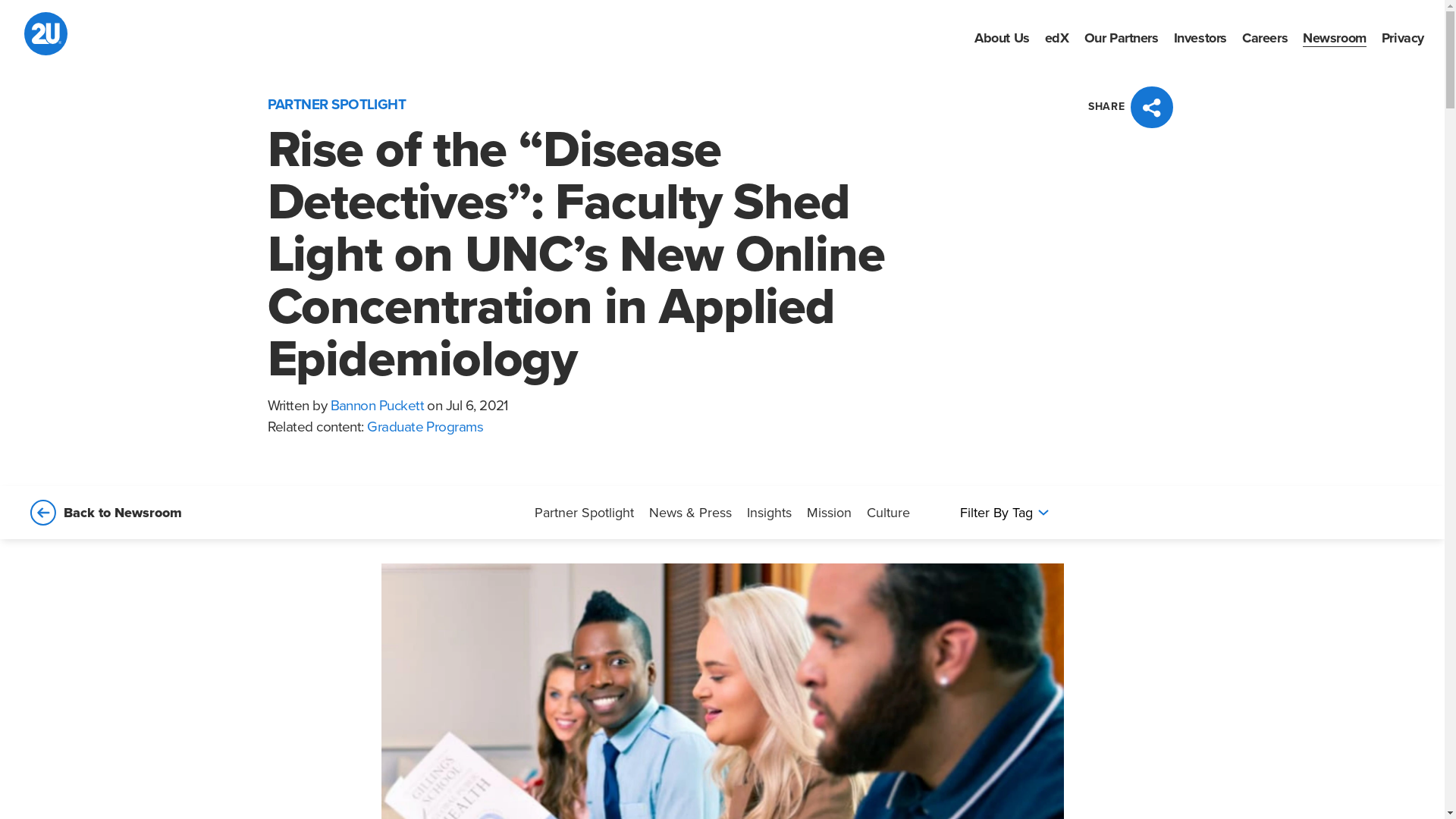  Describe the element at coordinates (1056, 36) in the screenshot. I see `'edX'` at that location.